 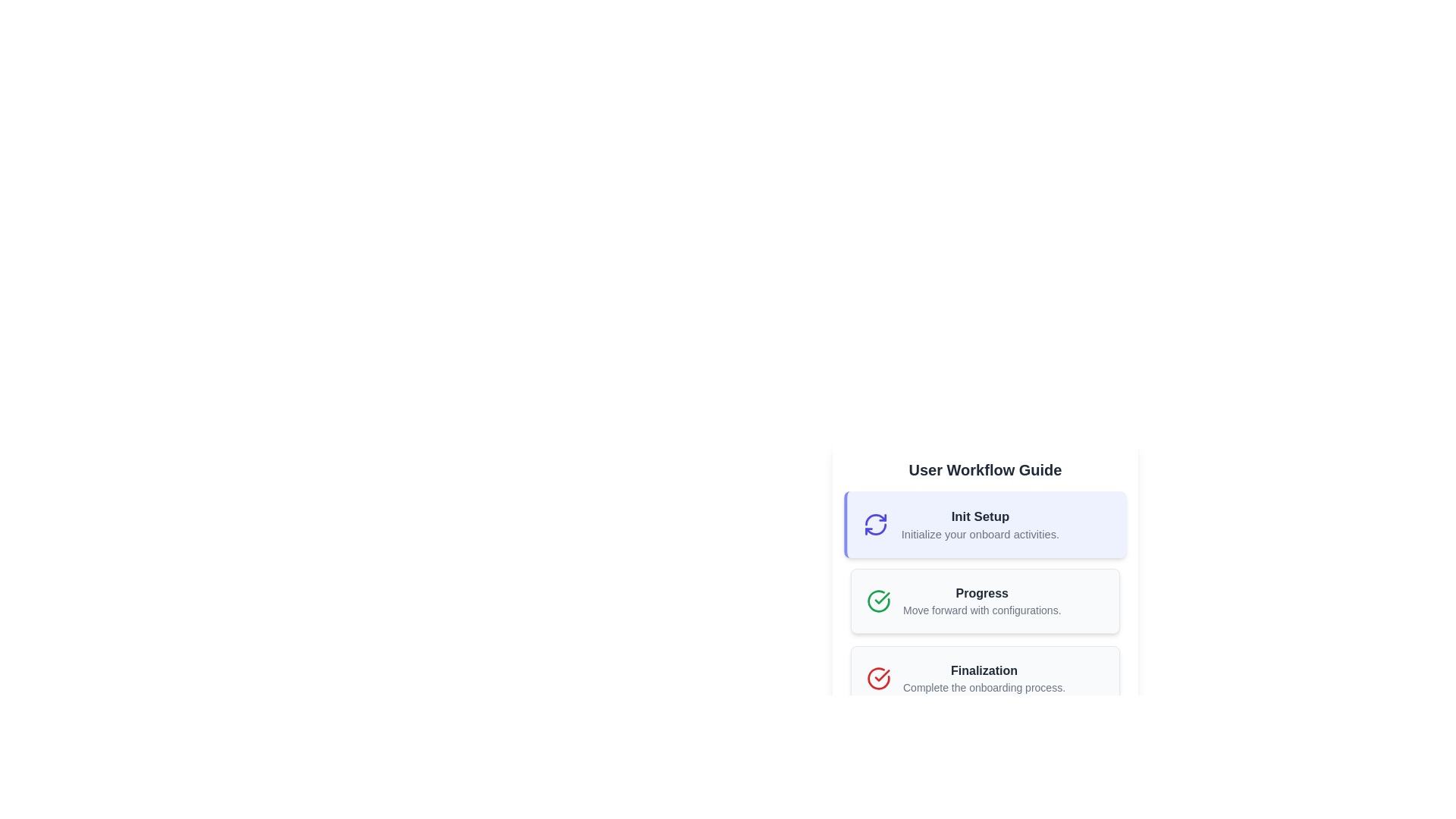 I want to click on the text element containing the phrase 'Complete the onboarding process.' which is styled with a smaller font size and gray color, positioned below the bolded text 'Finalization' in the 'User Workflow Guide' section, so click(x=984, y=687).